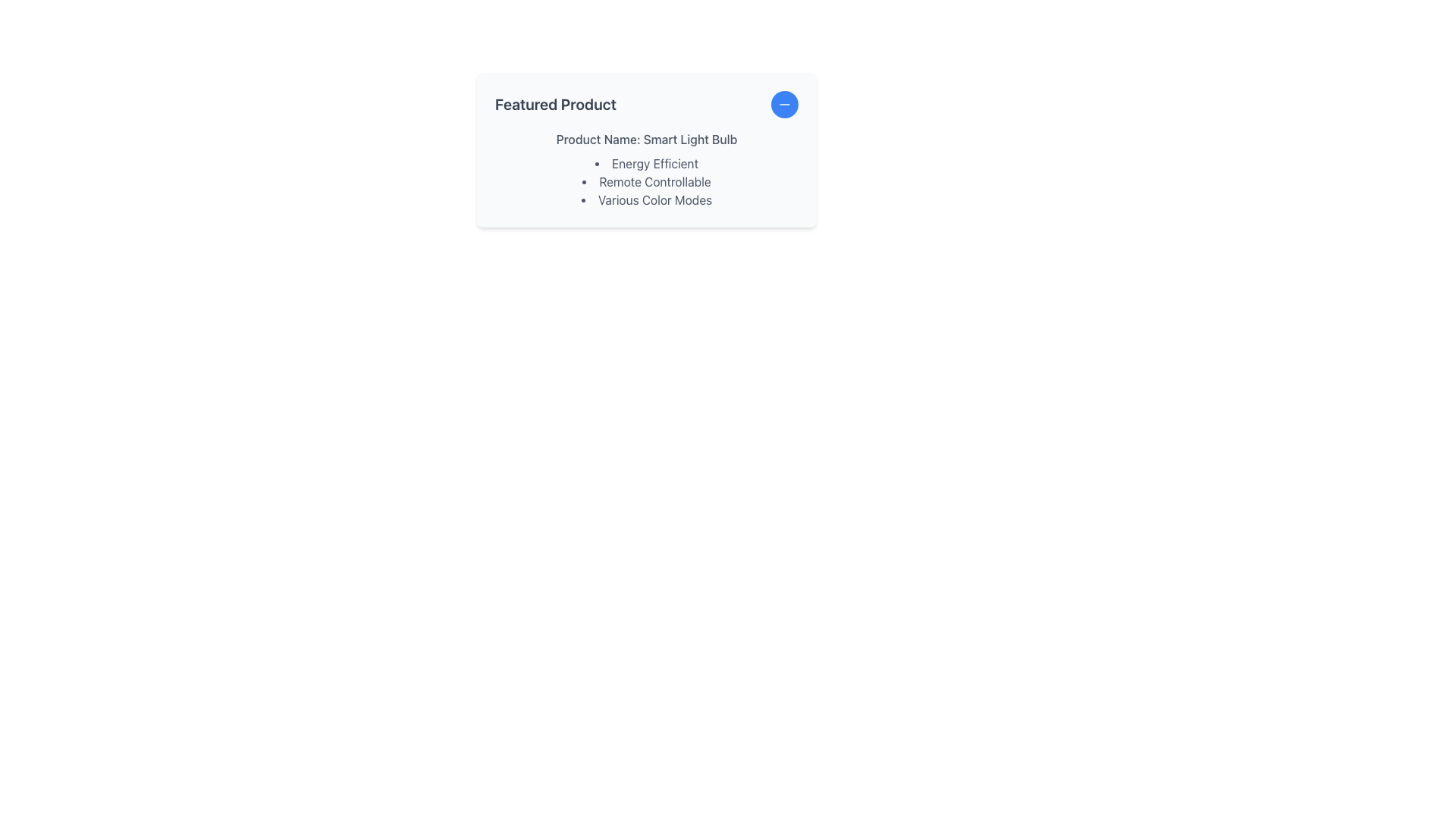 The height and width of the screenshot is (819, 1456). What do you see at coordinates (647, 180) in the screenshot?
I see `the list item displaying 'Remote Controllable' in a dark gray font, which is the second item in a bulleted list under the title 'Product Name: Smart Light Bulb'` at bounding box center [647, 180].